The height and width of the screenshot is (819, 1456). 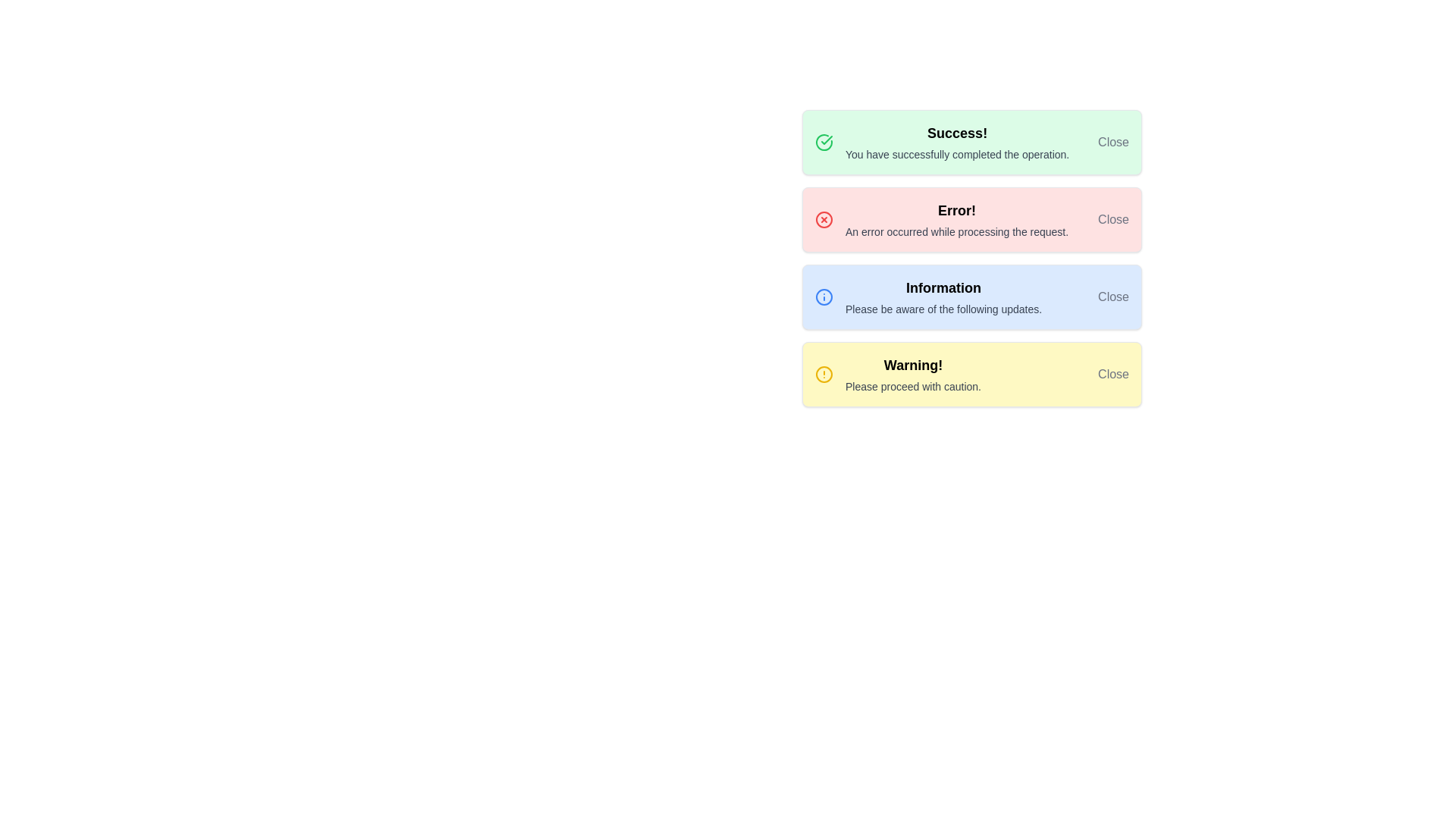 What do you see at coordinates (823, 297) in the screenshot?
I see `the SVG circle element indicating 'Information' notification, located in the third position from the top in the visible list` at bounding box center [823, 297].